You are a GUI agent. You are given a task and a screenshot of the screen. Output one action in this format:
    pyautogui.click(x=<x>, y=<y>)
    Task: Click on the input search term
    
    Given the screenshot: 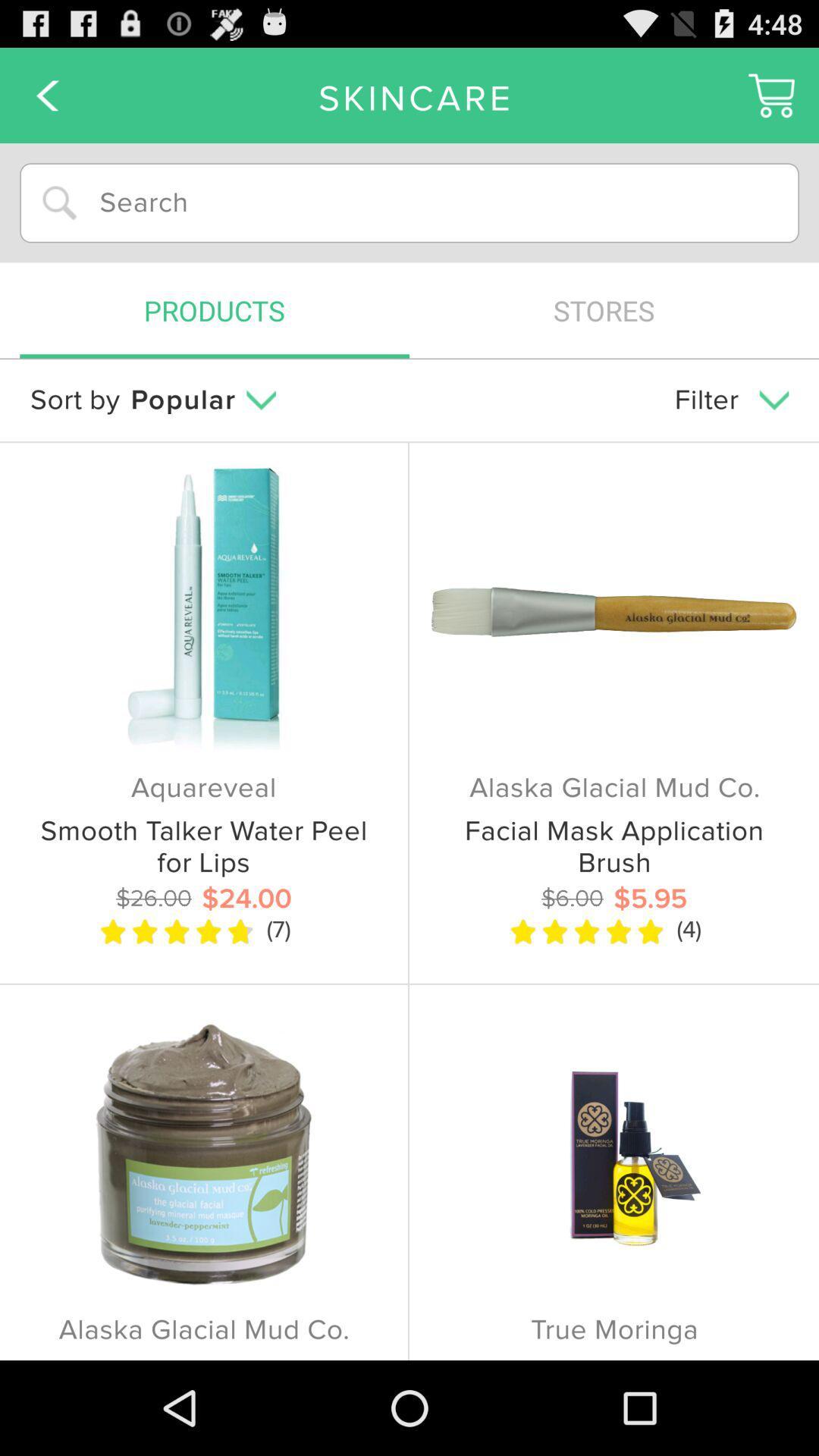 What is the action you would take?
    pyautogui.click(x=409, y=202)
    